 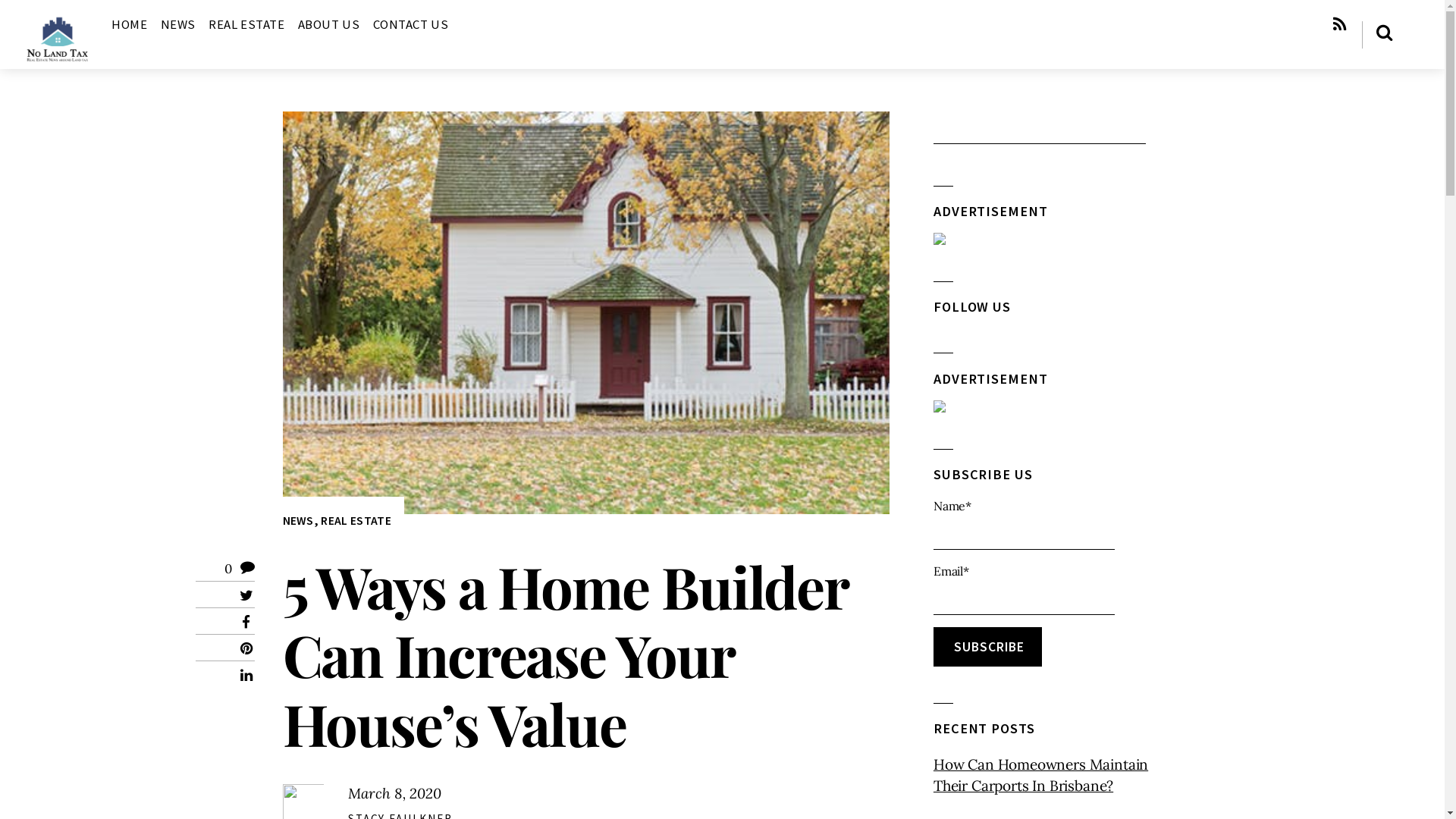 I want to click on 'HOME', so click(x=129, y=24).